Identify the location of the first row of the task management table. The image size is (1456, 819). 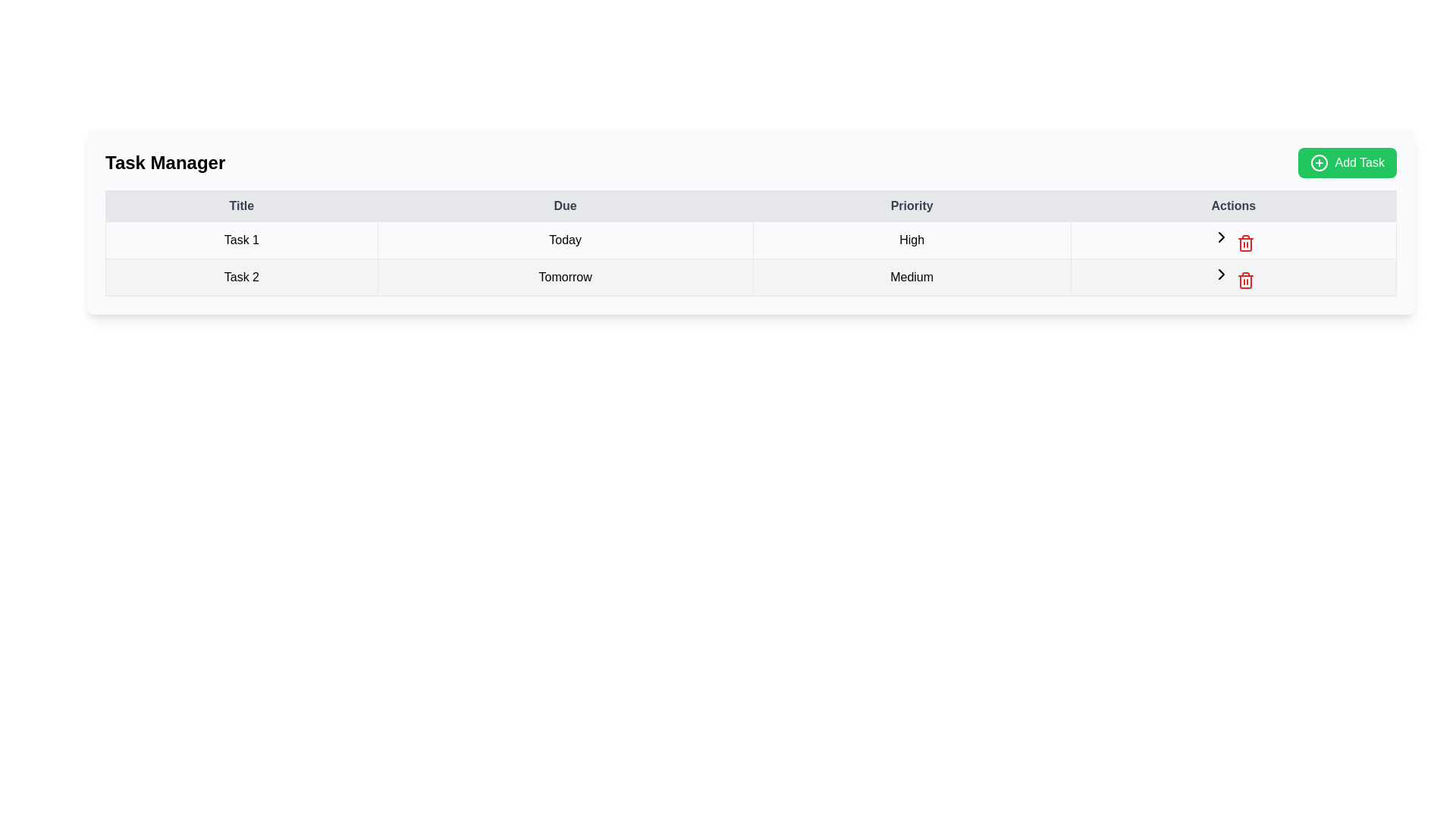
(751, 239).